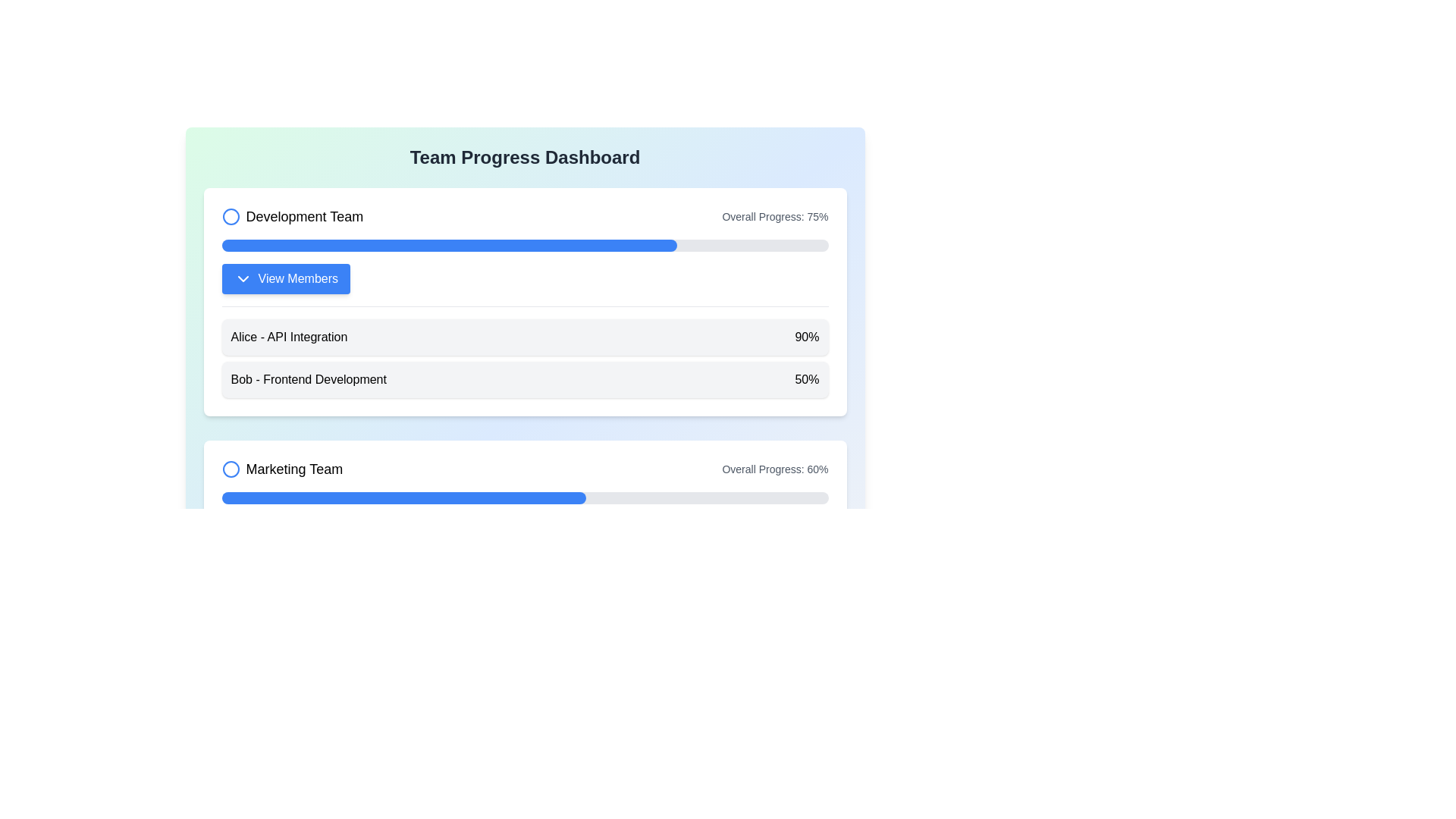 This screenshot has width=1456, height=819. What do you see at coordinates (403, 497) in the screenshot?
I see `the visual representation of the Progress bar indicating the completion percentage of the 'Marketing Team' task, located below the 'Marketing Team' heading` at bounding box center [403, 497].